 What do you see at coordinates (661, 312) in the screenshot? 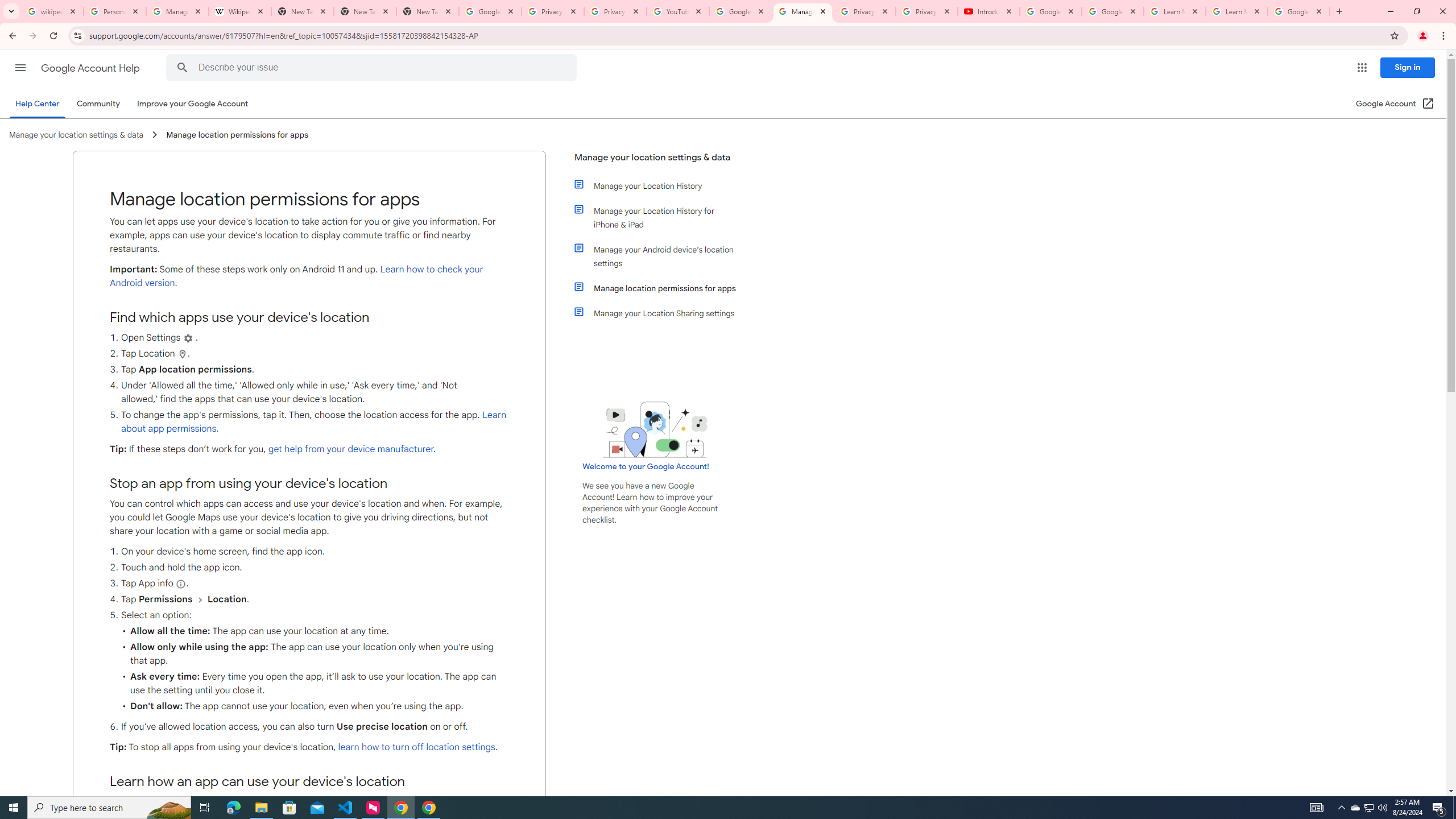
I see `'Manage your Location Sharing settings'` at bounding box center [661, 312].